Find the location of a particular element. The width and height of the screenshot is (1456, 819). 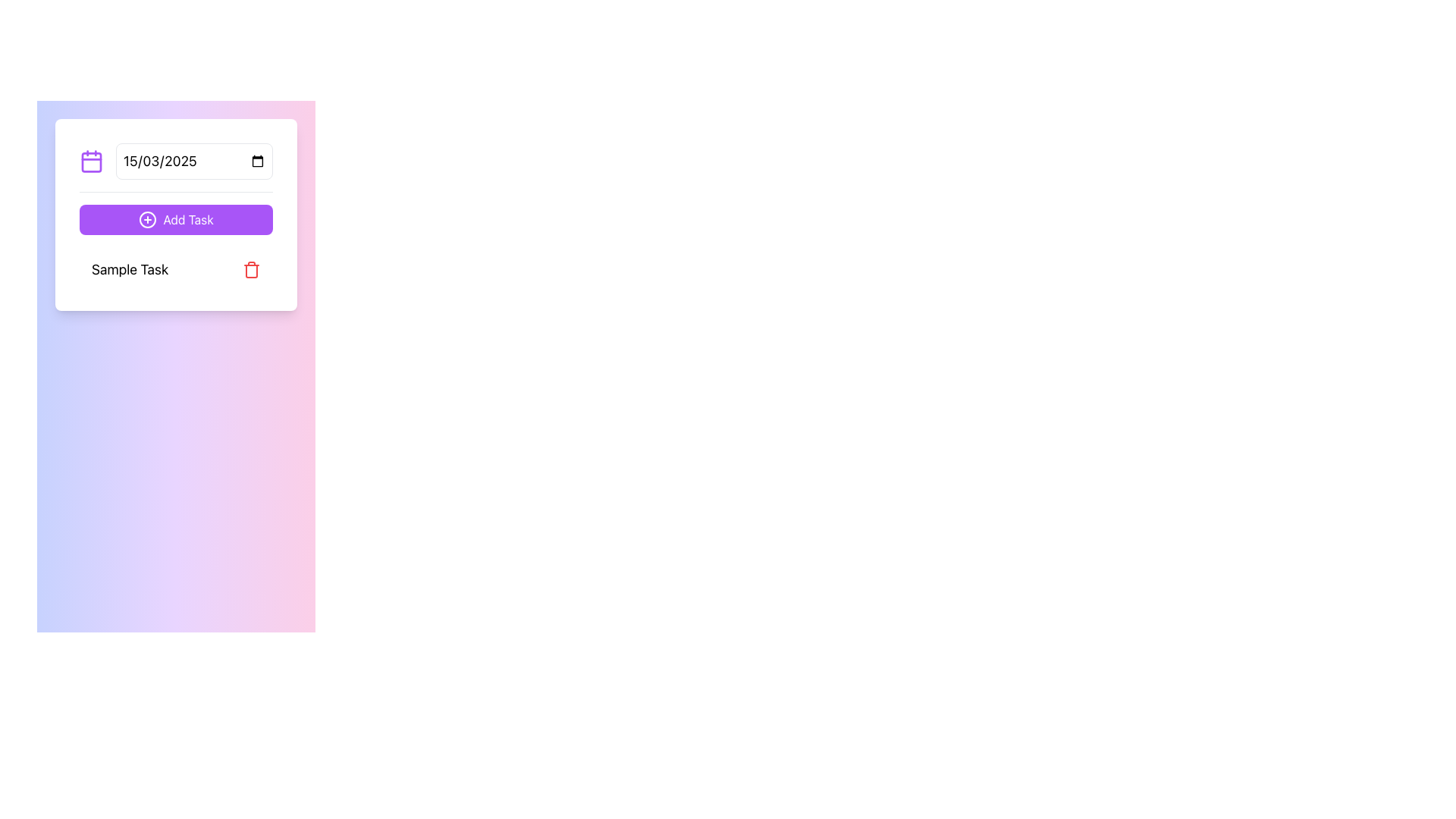

the date input field located at the top of the card is located at coordinates (176, 168).